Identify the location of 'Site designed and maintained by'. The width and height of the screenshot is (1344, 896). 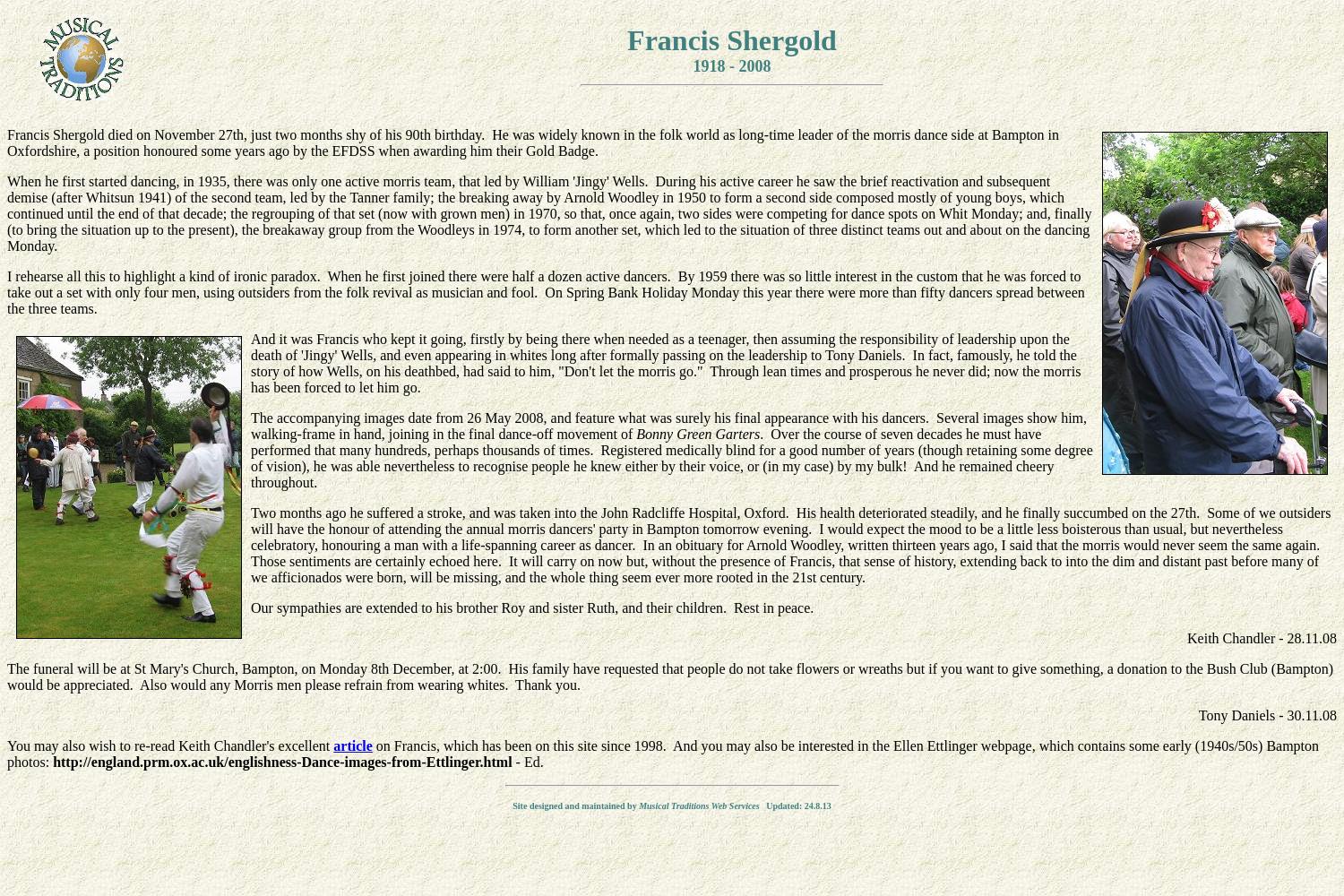
(511, 806).